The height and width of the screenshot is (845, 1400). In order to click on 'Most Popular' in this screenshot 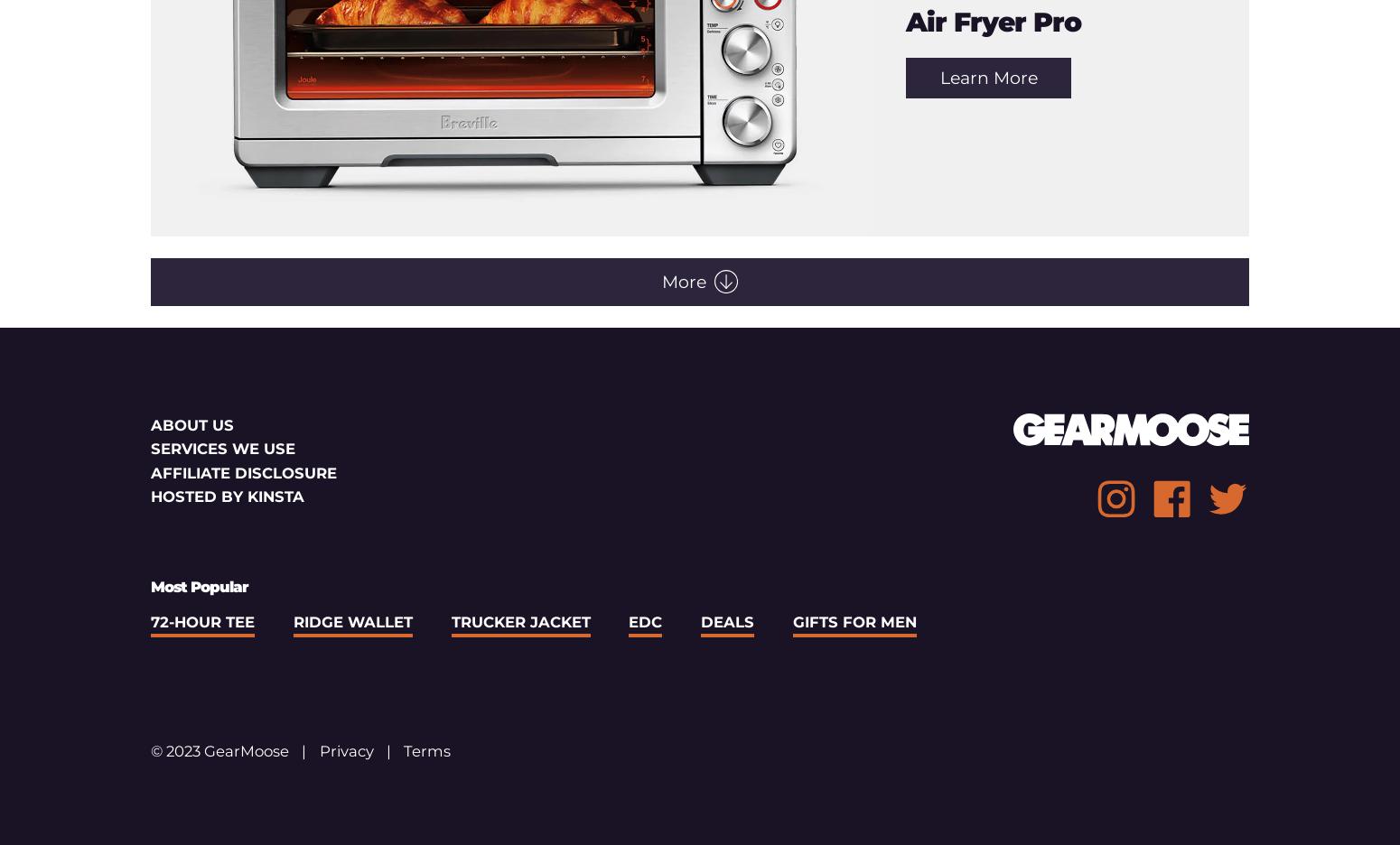, I will do `click(199, 585)`.